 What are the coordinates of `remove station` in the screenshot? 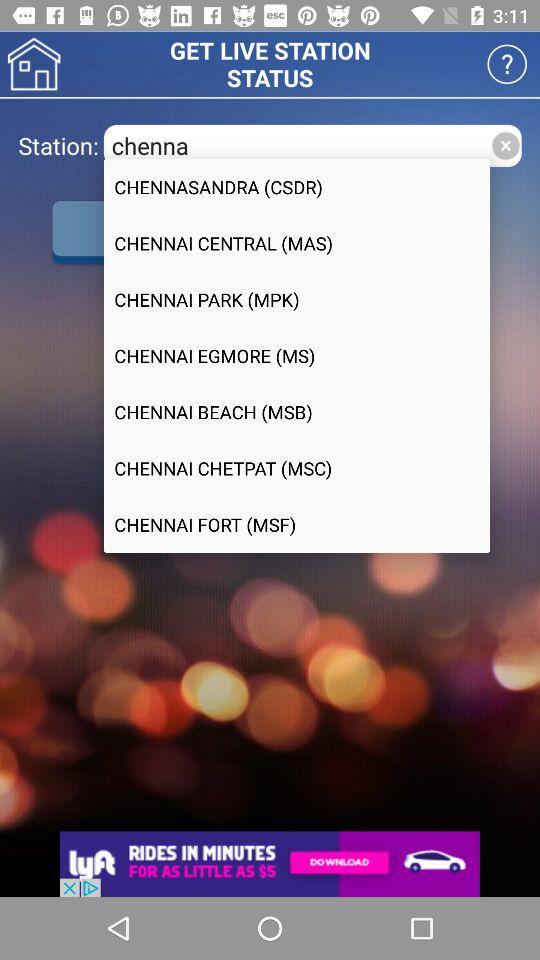 It's located at (504, 144).